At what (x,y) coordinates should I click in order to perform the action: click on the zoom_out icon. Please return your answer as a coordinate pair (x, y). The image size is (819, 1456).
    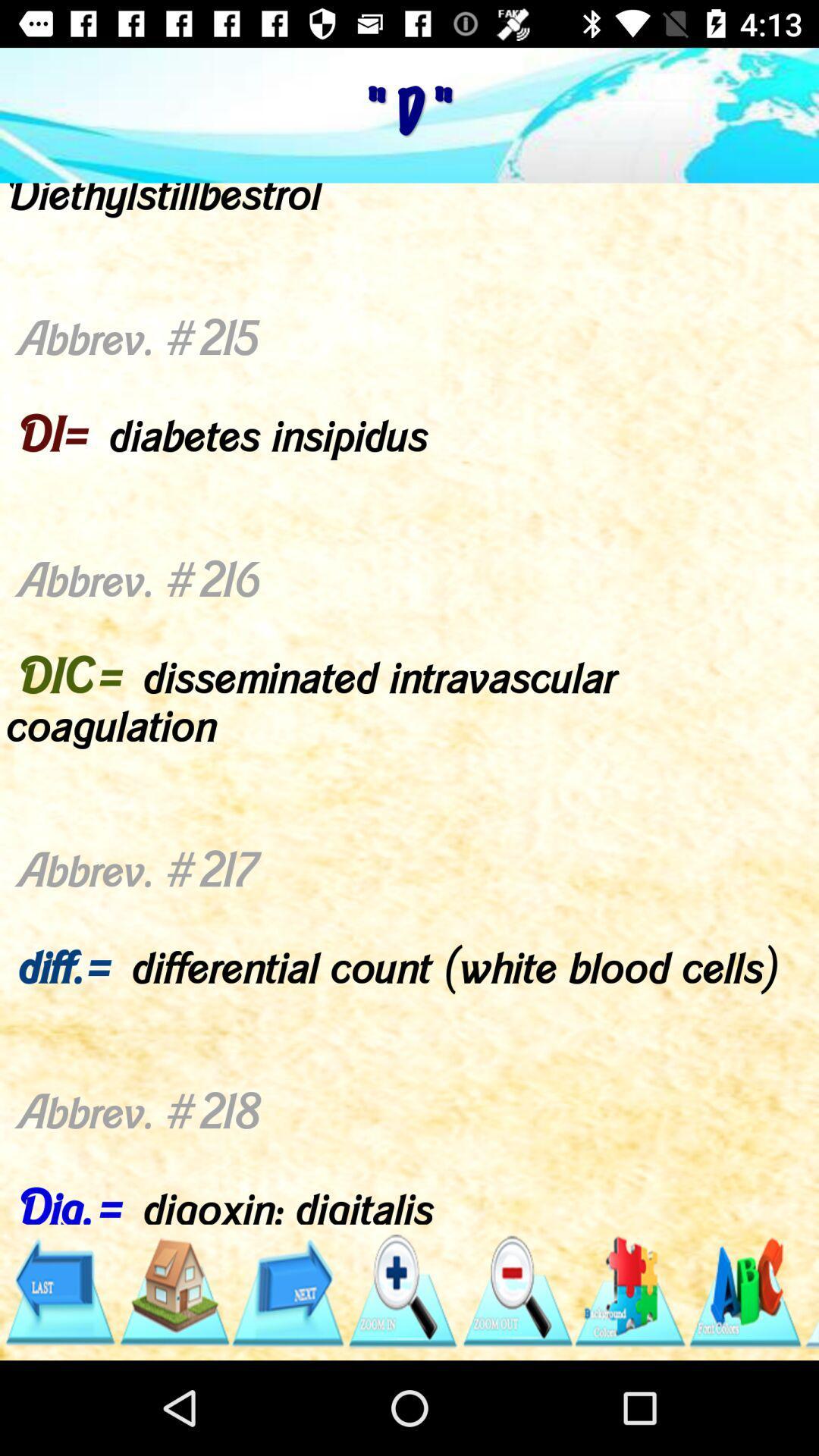
    Looking at the image, I should click on (516, 1291).